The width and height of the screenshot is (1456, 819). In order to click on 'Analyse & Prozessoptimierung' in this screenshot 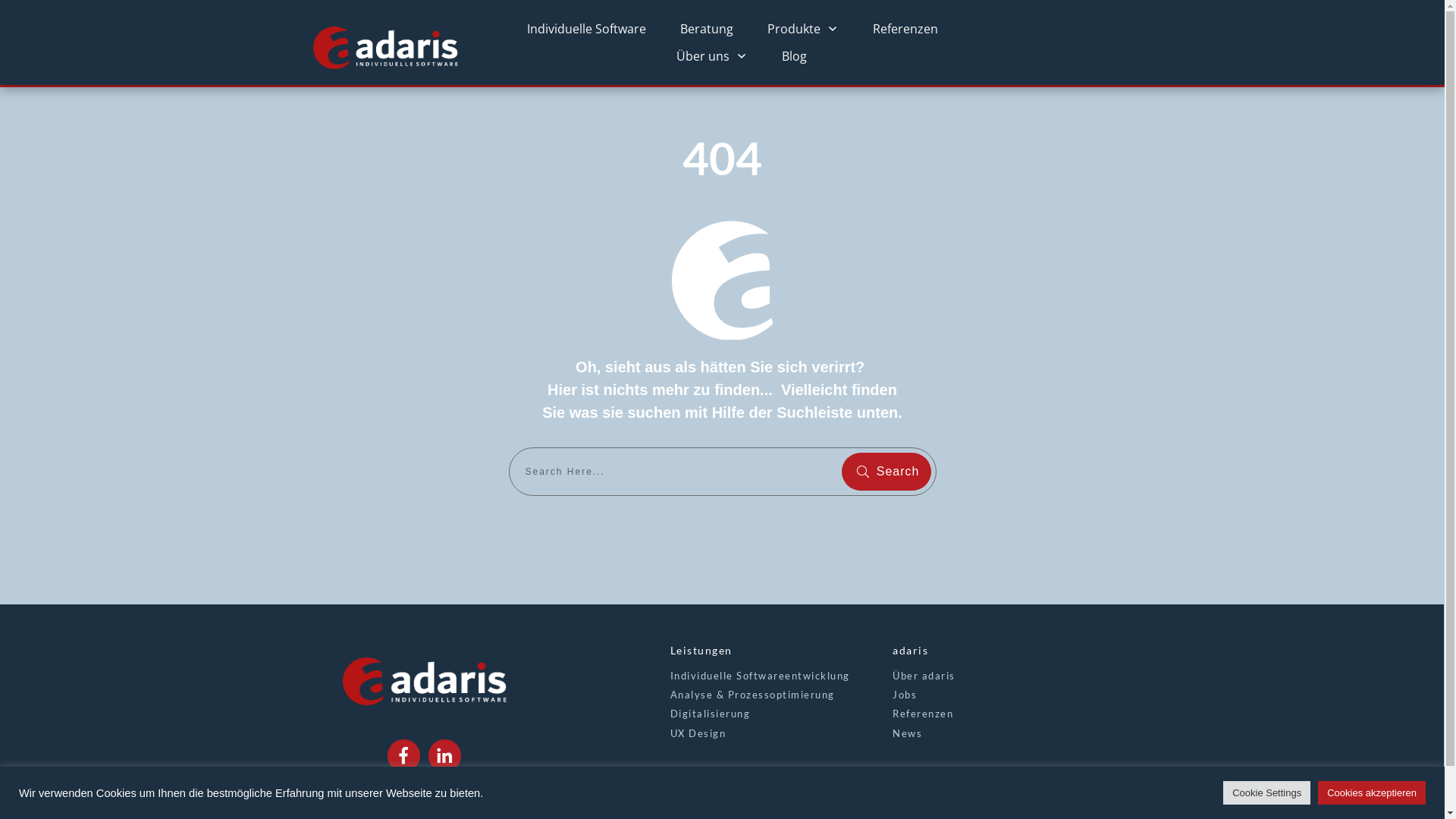, I will do `click(669, 694)`.